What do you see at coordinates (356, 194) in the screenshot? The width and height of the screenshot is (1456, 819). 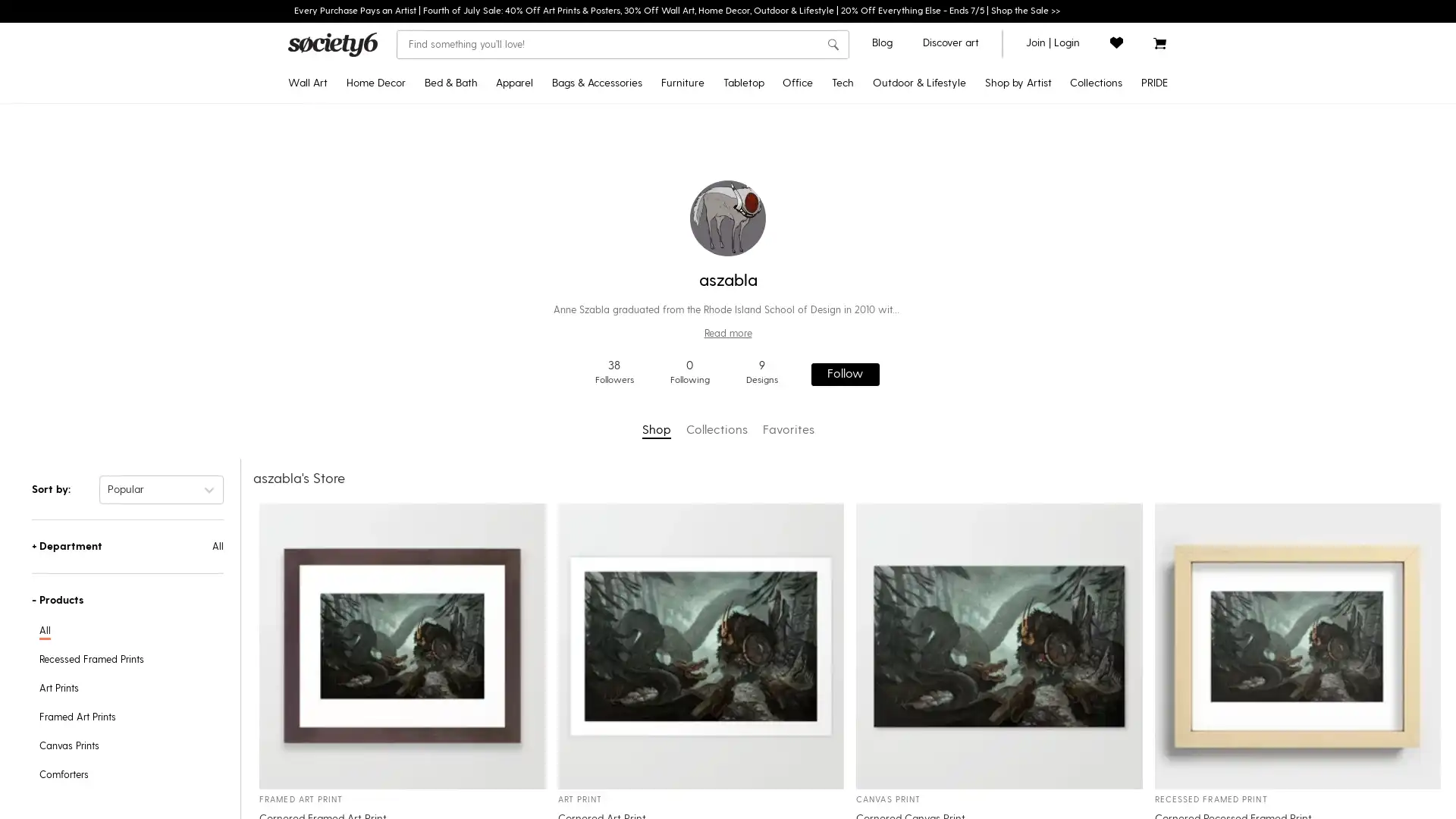 I see `Canvas Prints` at bounding box center [356, 194].